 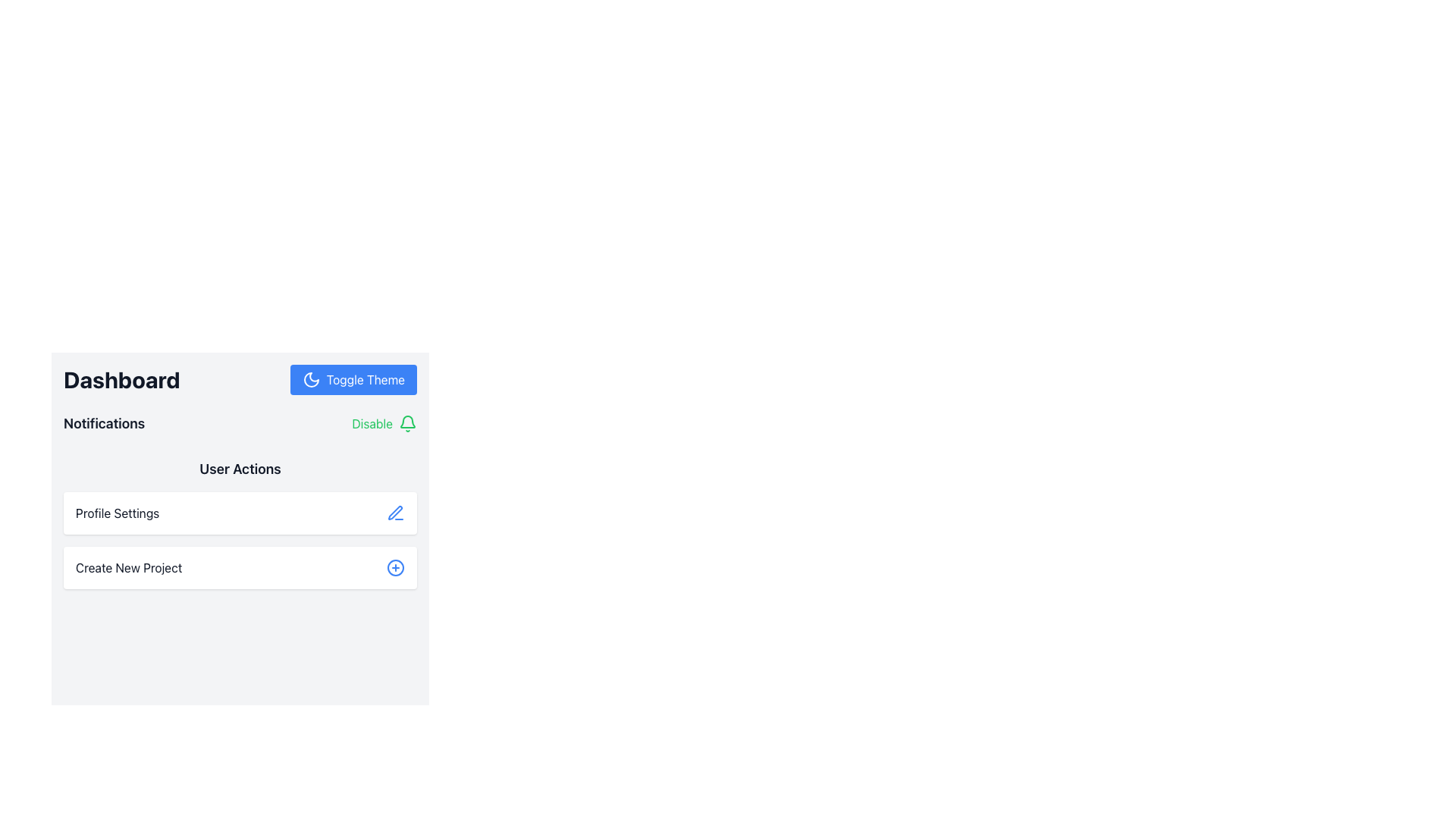 I want to click on keyboard navigation, so click(x=384, y=424).